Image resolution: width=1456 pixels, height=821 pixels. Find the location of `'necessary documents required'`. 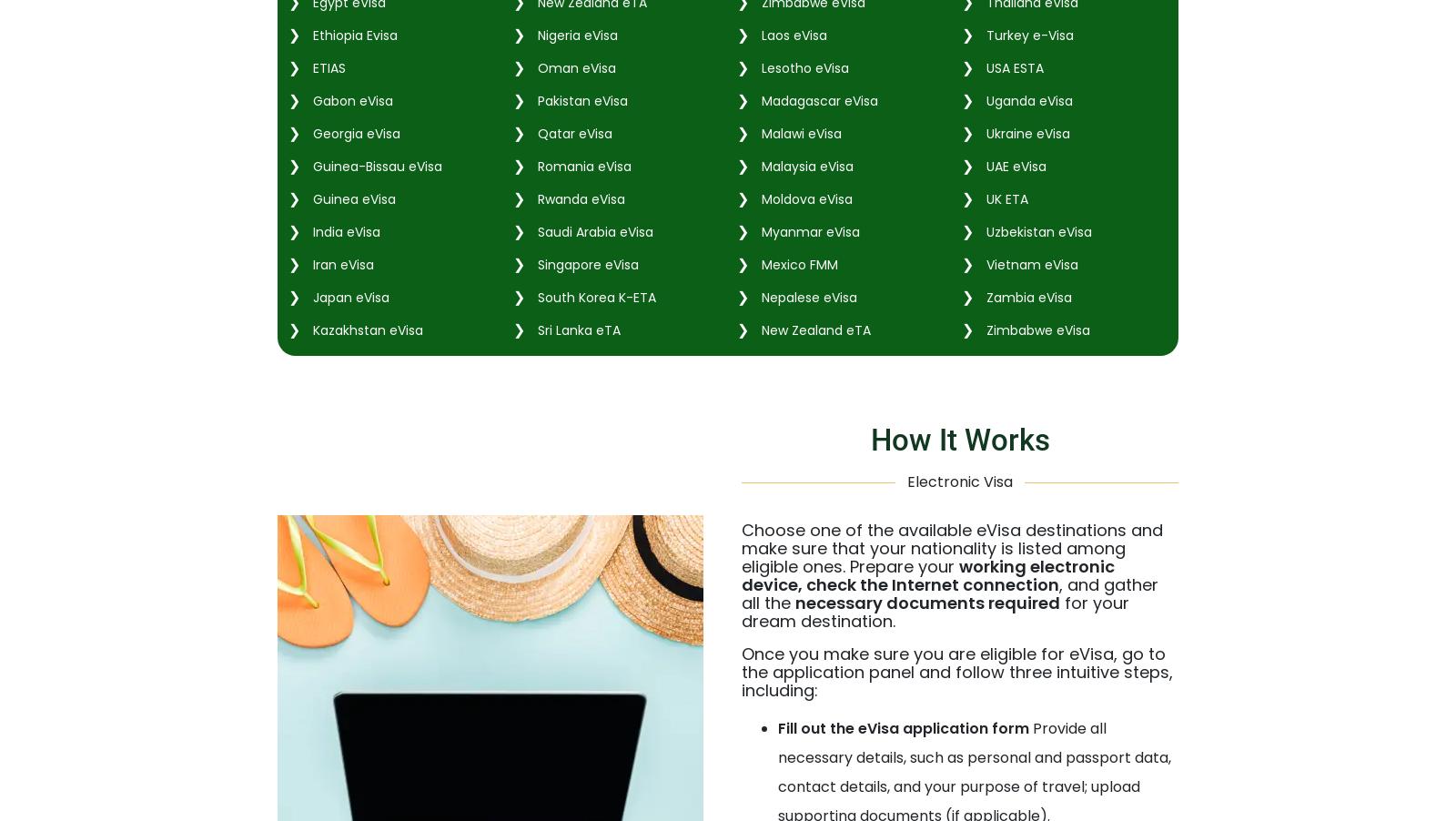

'necessary documents required' is located at coordinates (927, 601).